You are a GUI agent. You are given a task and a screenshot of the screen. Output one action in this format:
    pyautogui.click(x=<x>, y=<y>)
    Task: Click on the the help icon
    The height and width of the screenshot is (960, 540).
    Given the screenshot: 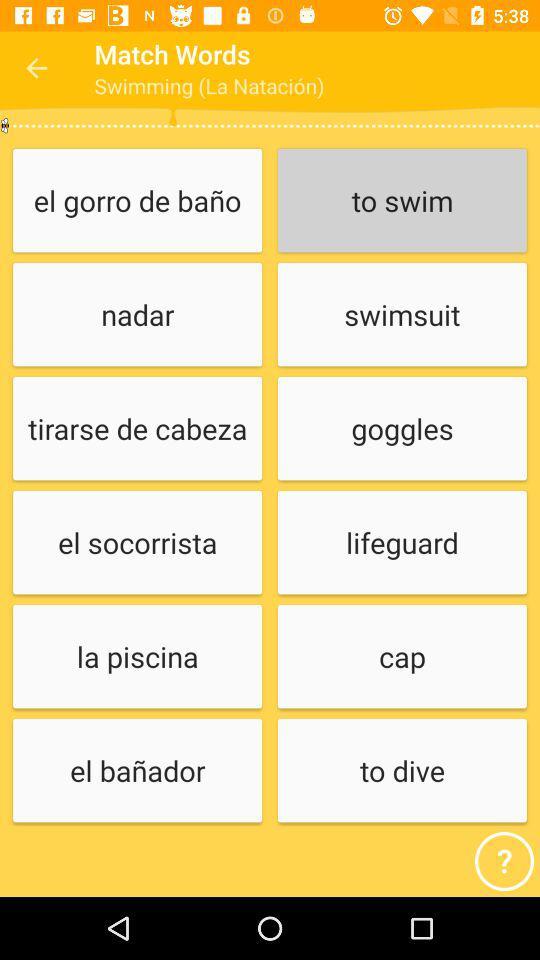 What is the action you would take?
    pyautogui.click(x=503, y=860)
    